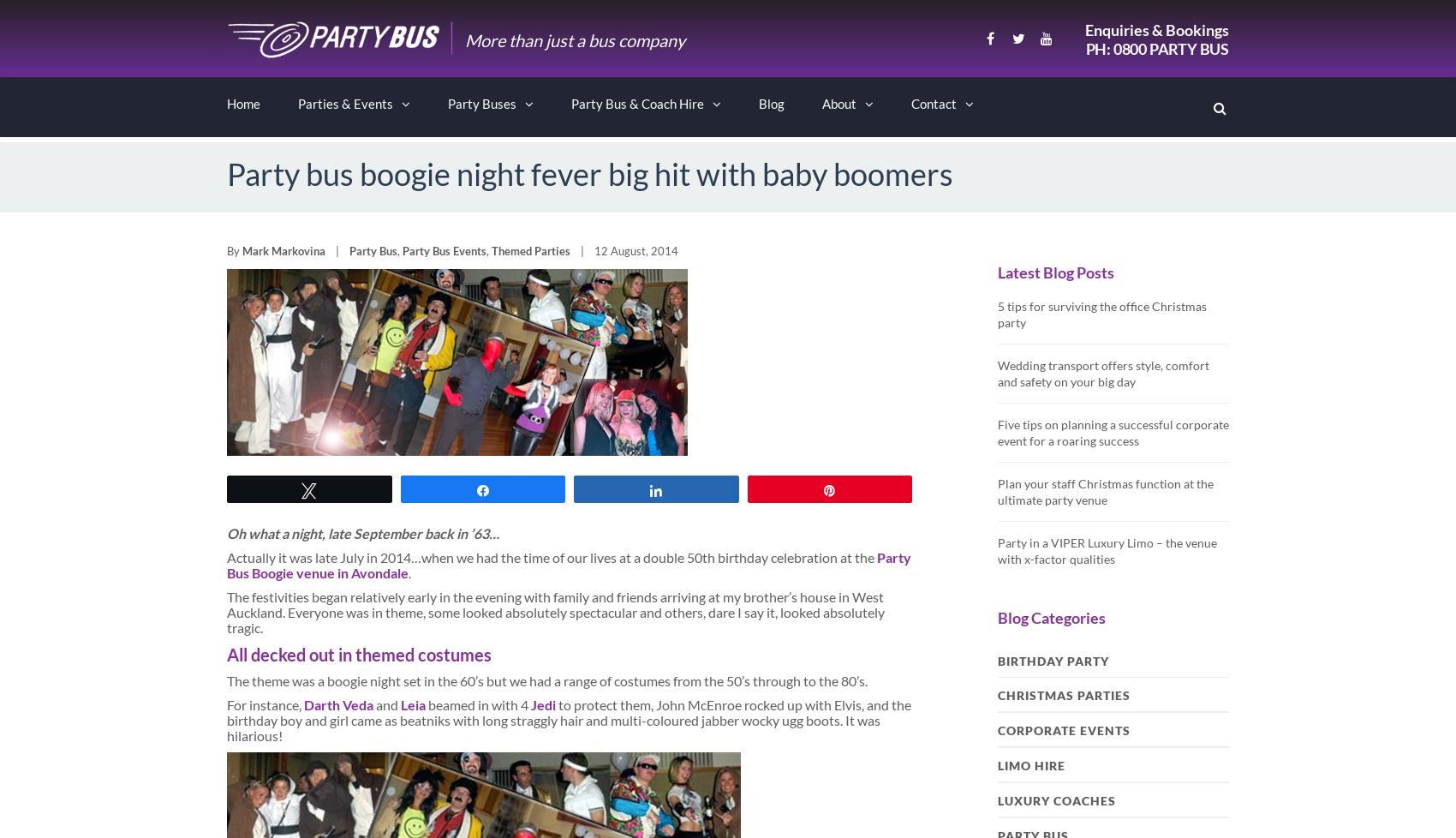 This screenshot has width=1456, height=838. I want to click on 'The festivities began relatively early in the evening with family and friends arriving at my brother’s house in West Auckland. Everyone was in theme, some looked absolutely spectacular and others, dare I say it, looked absolutely tragic.', so click(556, 612).